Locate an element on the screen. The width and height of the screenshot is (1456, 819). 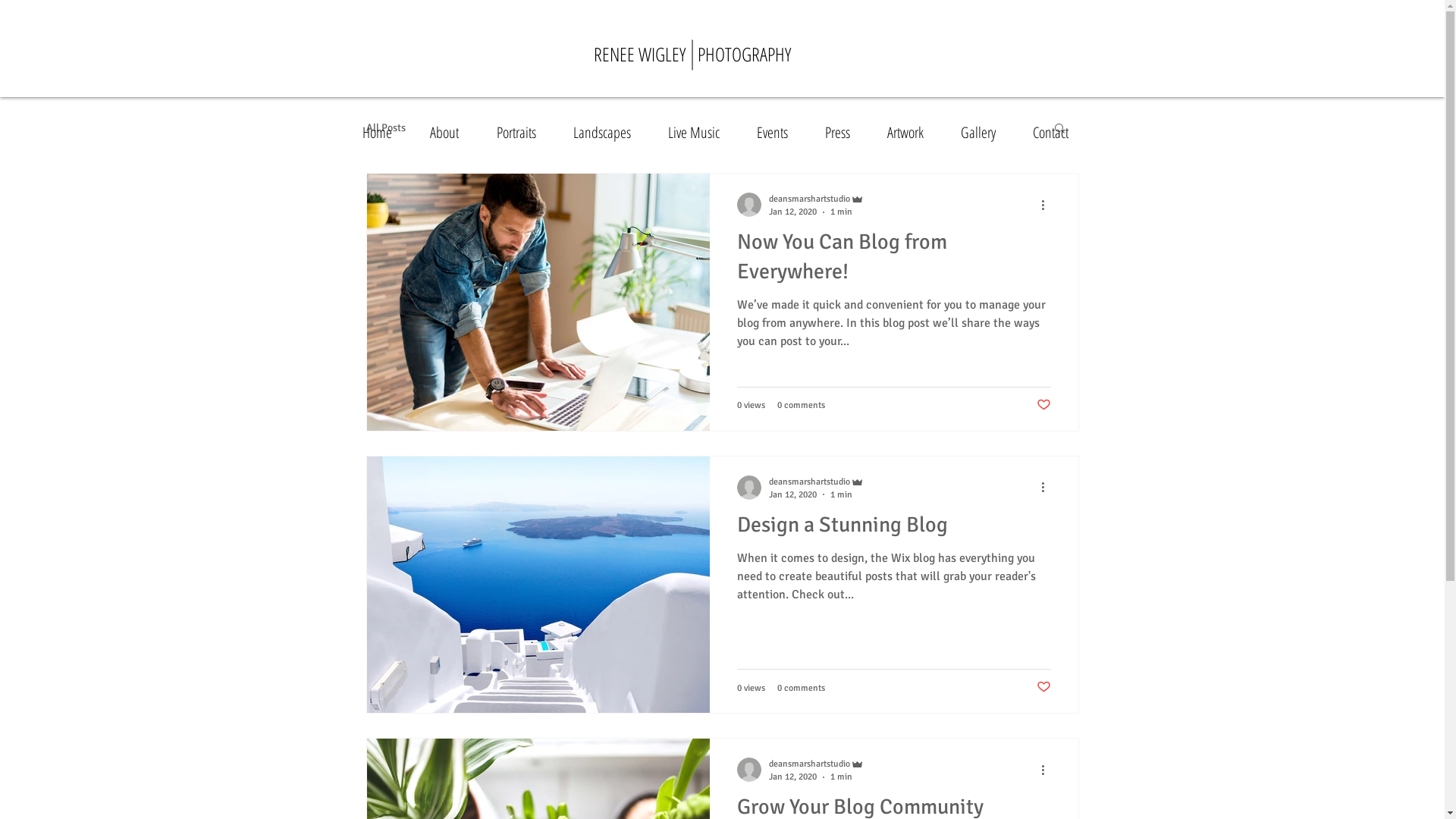
'Post not marked as liked' is located at coordinates (1042, 405).